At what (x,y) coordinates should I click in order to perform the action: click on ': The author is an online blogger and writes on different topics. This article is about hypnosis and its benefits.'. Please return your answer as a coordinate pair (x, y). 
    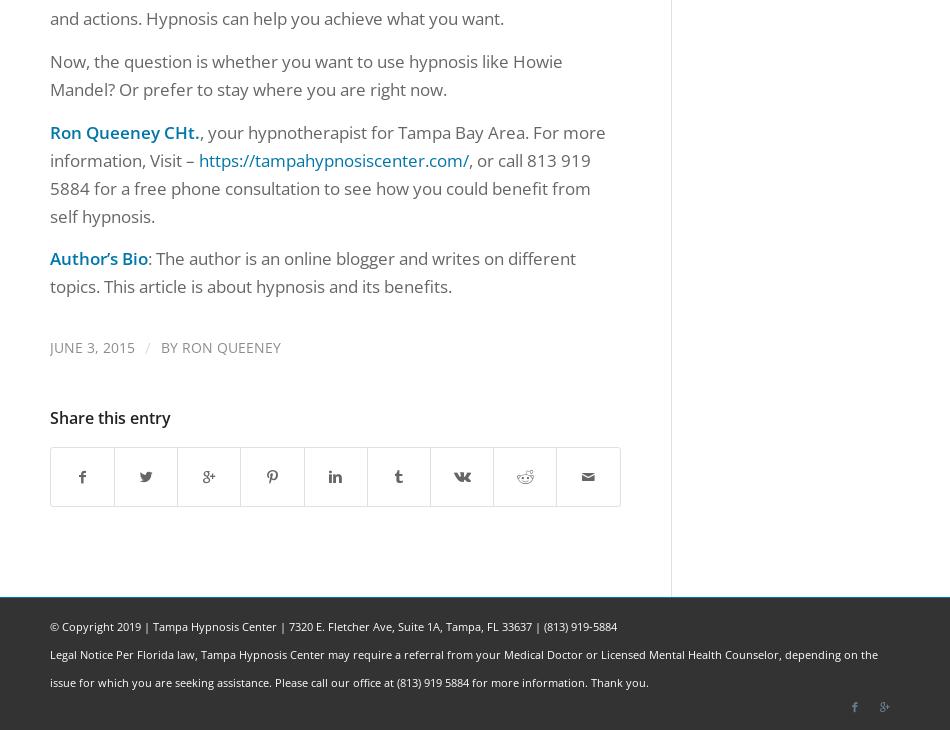
    Looking at the image, I should click on (312, 272).